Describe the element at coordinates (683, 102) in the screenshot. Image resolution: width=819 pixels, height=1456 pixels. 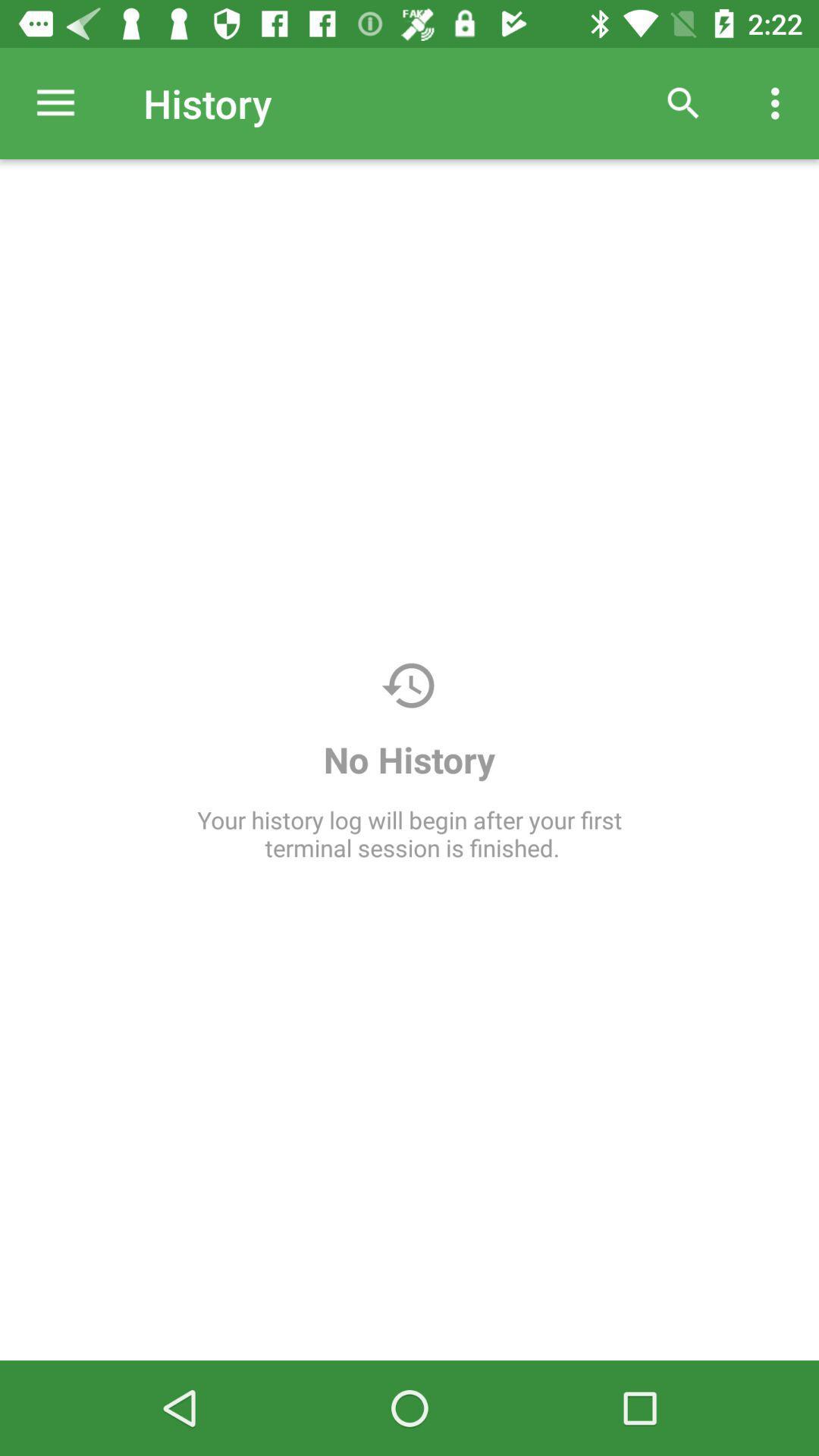
I see `item to the right of the history item` at that location.